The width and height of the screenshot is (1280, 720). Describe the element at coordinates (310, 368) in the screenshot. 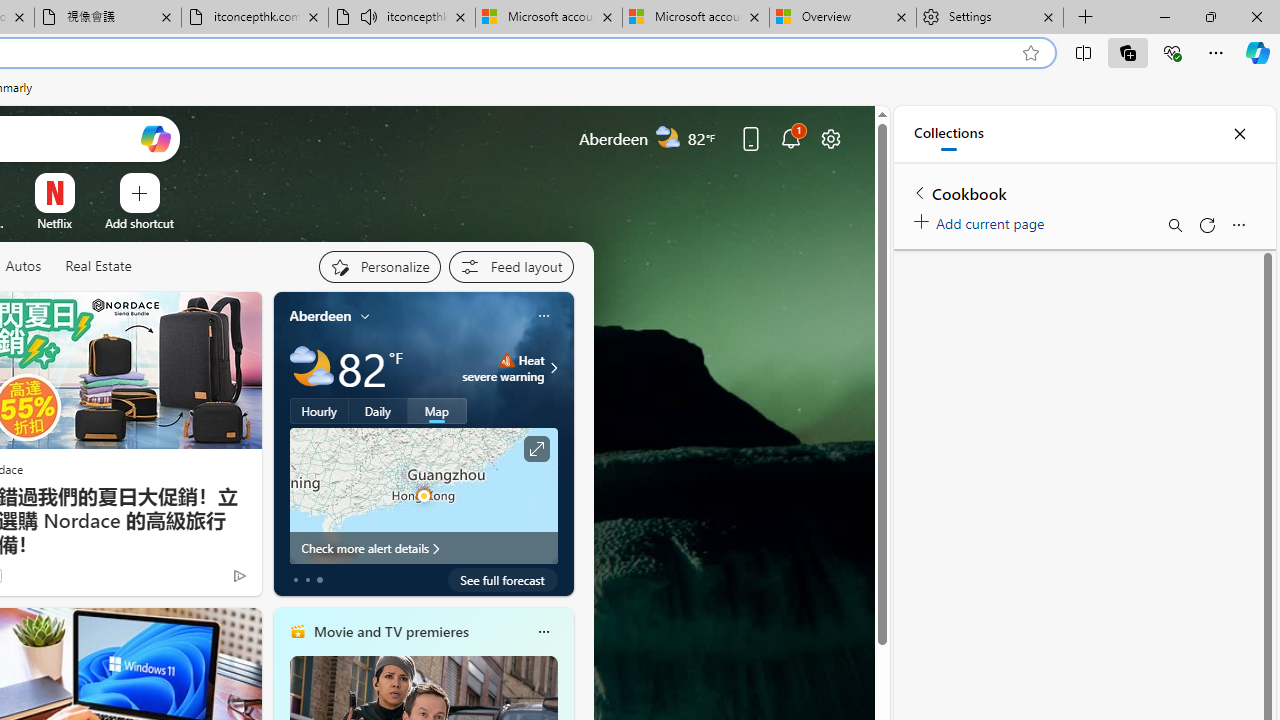

I see `'Partly cloudy'` at that location.